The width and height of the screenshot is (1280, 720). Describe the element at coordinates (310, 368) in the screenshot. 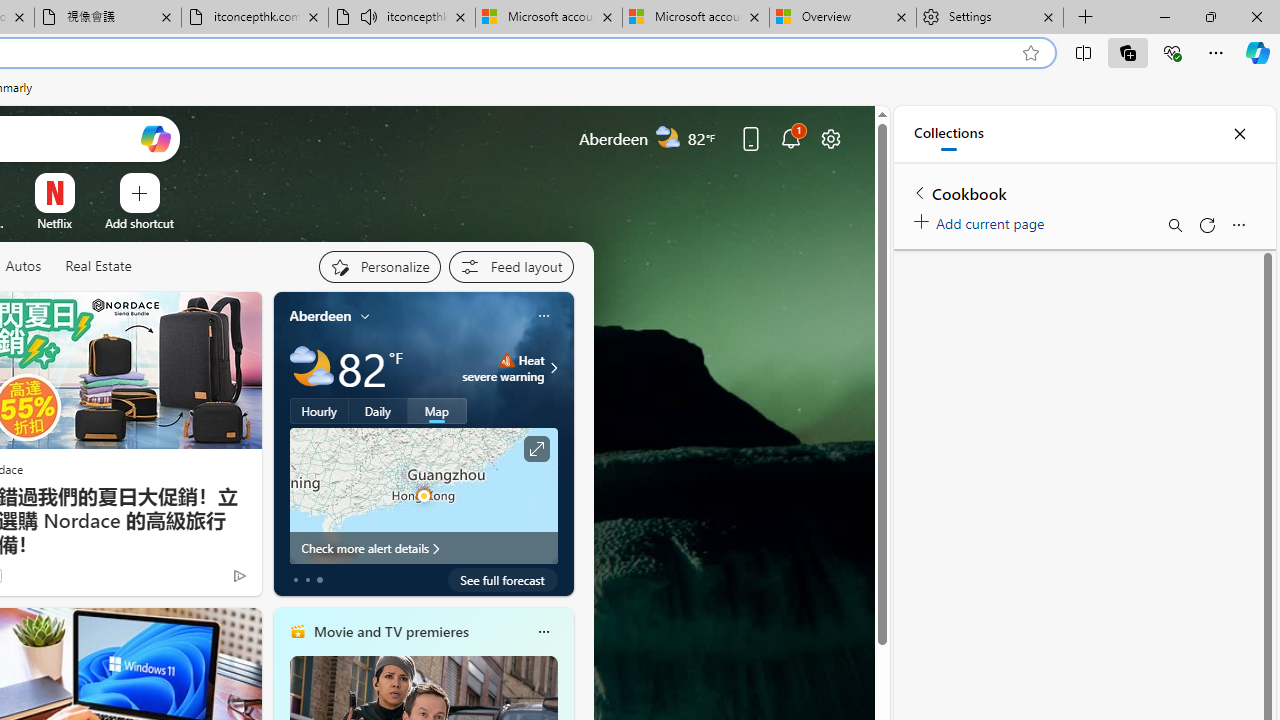

I see `'Partly cloudy'` at that location.